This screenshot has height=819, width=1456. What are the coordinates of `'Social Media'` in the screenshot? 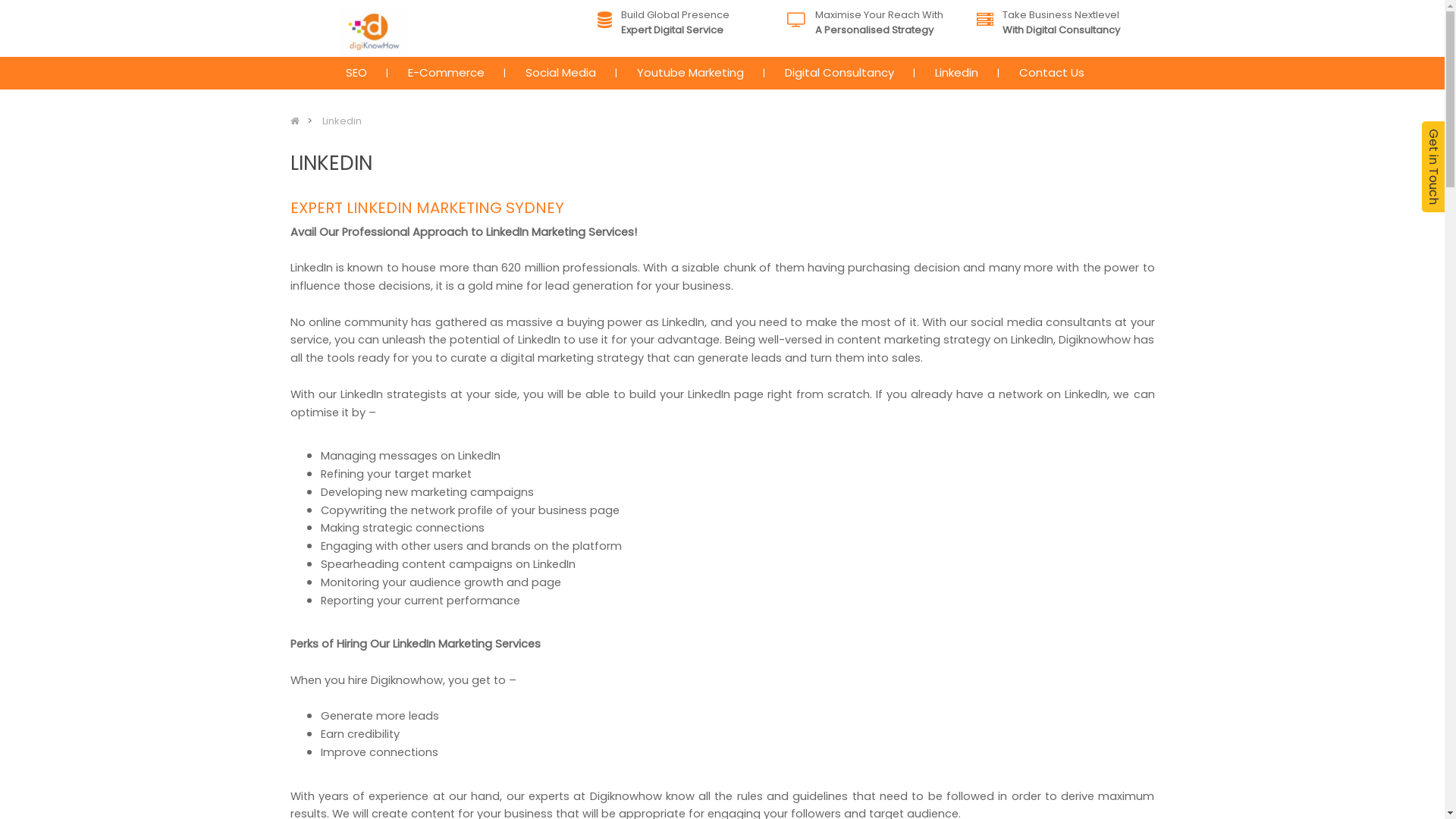 It's located at (513, 73).